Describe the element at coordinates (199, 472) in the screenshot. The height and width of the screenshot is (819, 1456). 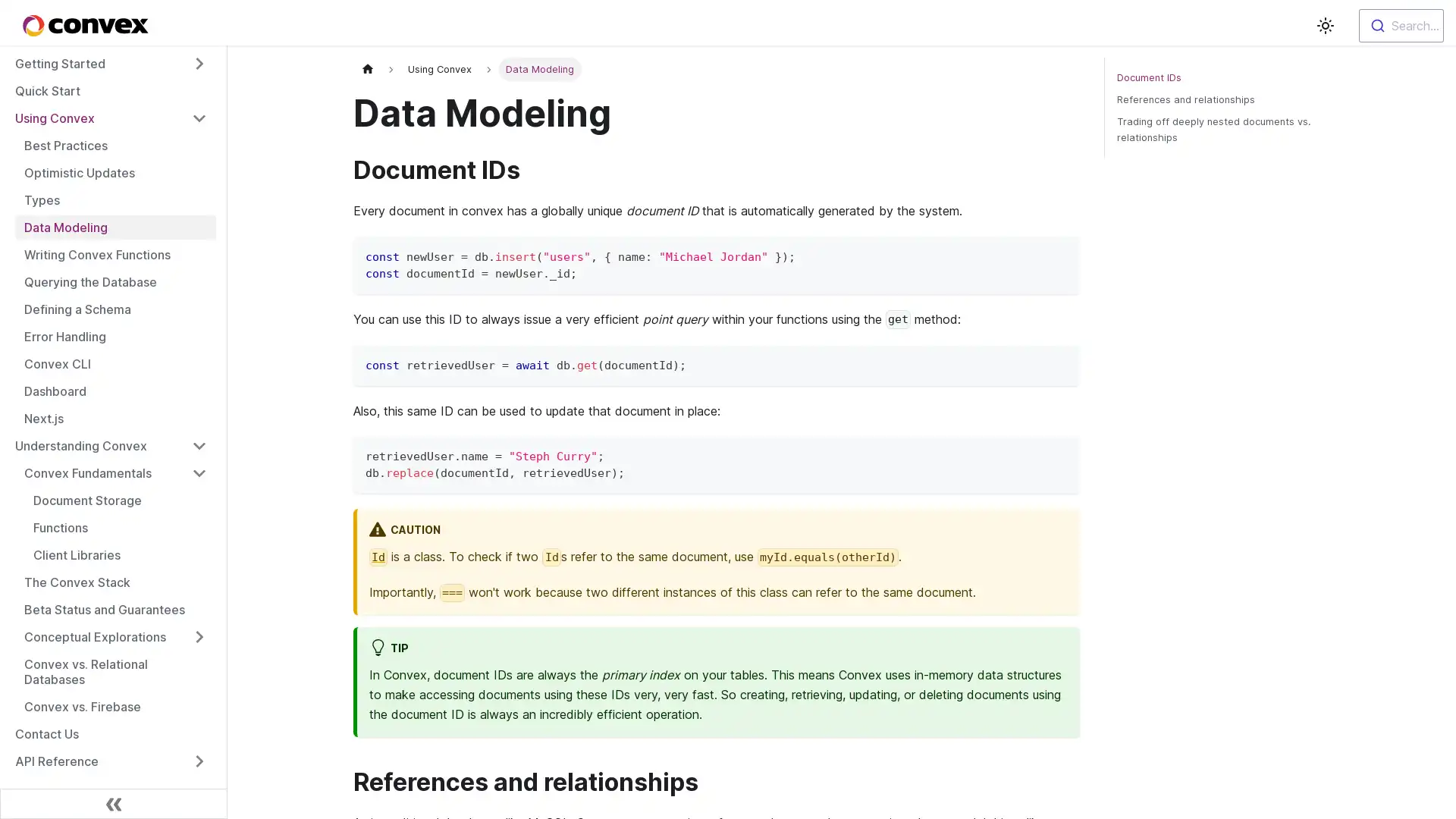
I see `Toggle the collapsible sidebar category 'Convex Fundamentals'` at that location.